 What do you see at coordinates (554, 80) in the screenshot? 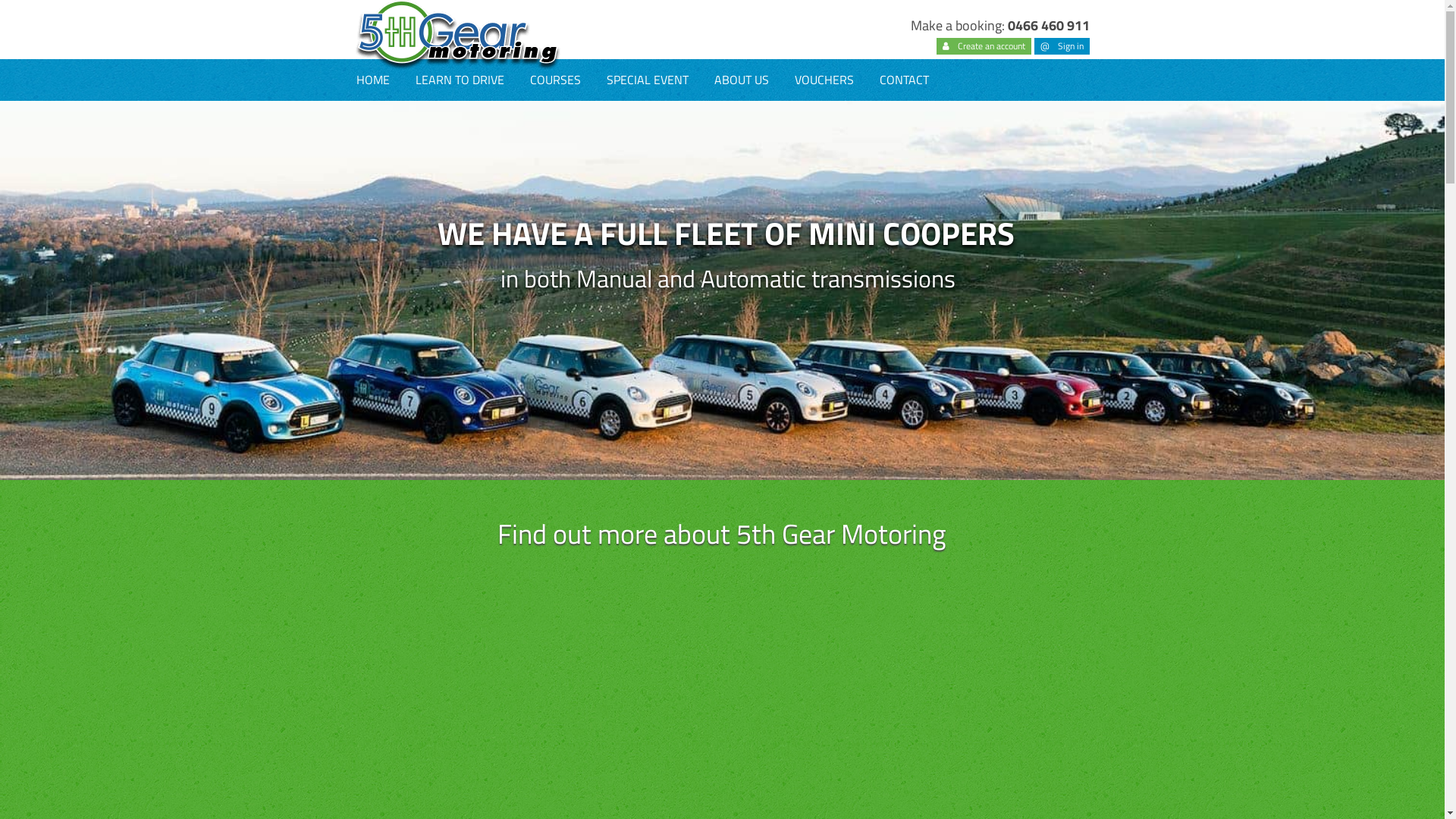
I see `'COURSES'` at bounding box center [554, 80].